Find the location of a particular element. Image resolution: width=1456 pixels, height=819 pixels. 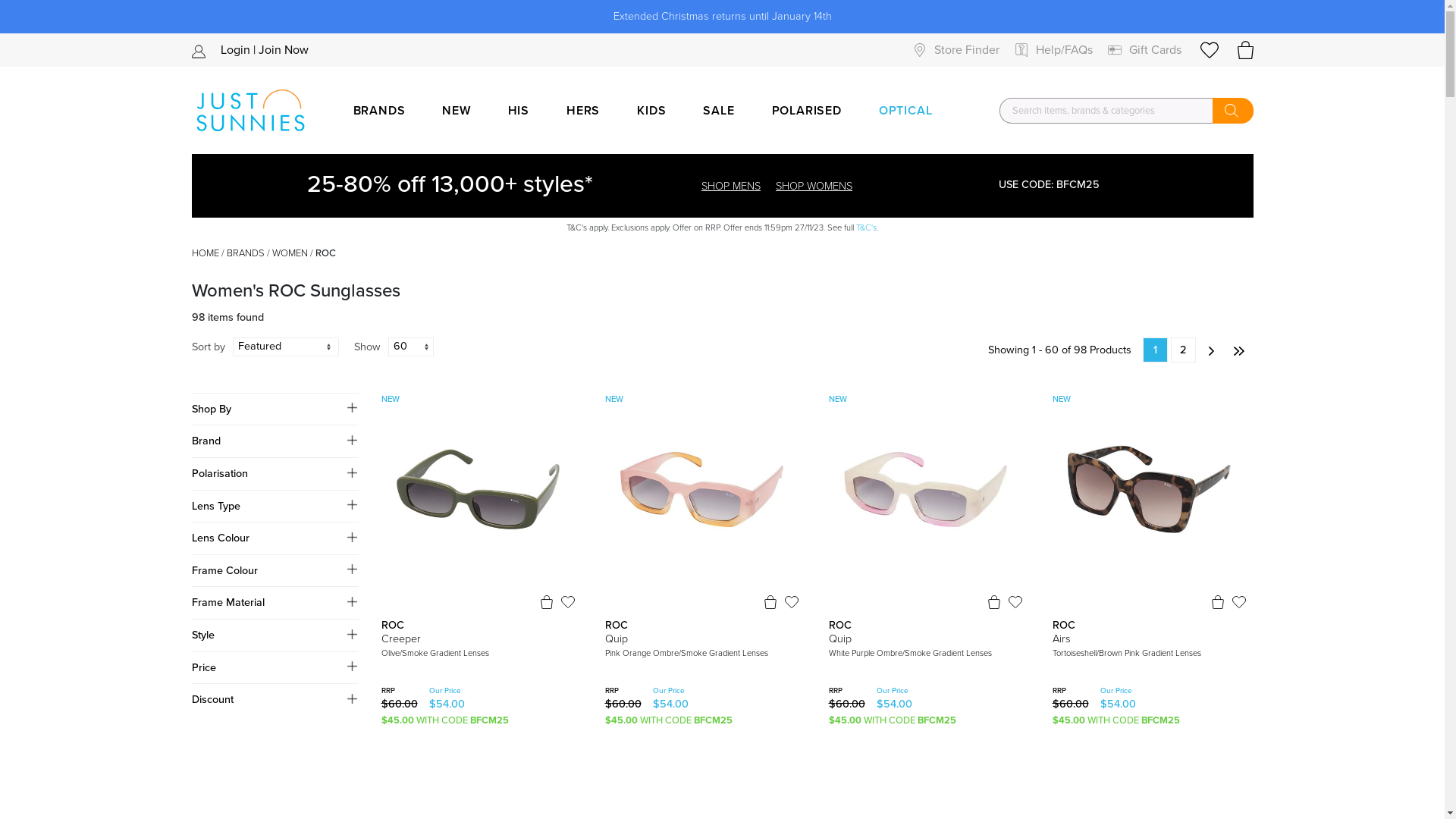

'Extended Christmas returns until January 14th' is located at coordinates (720, 17).